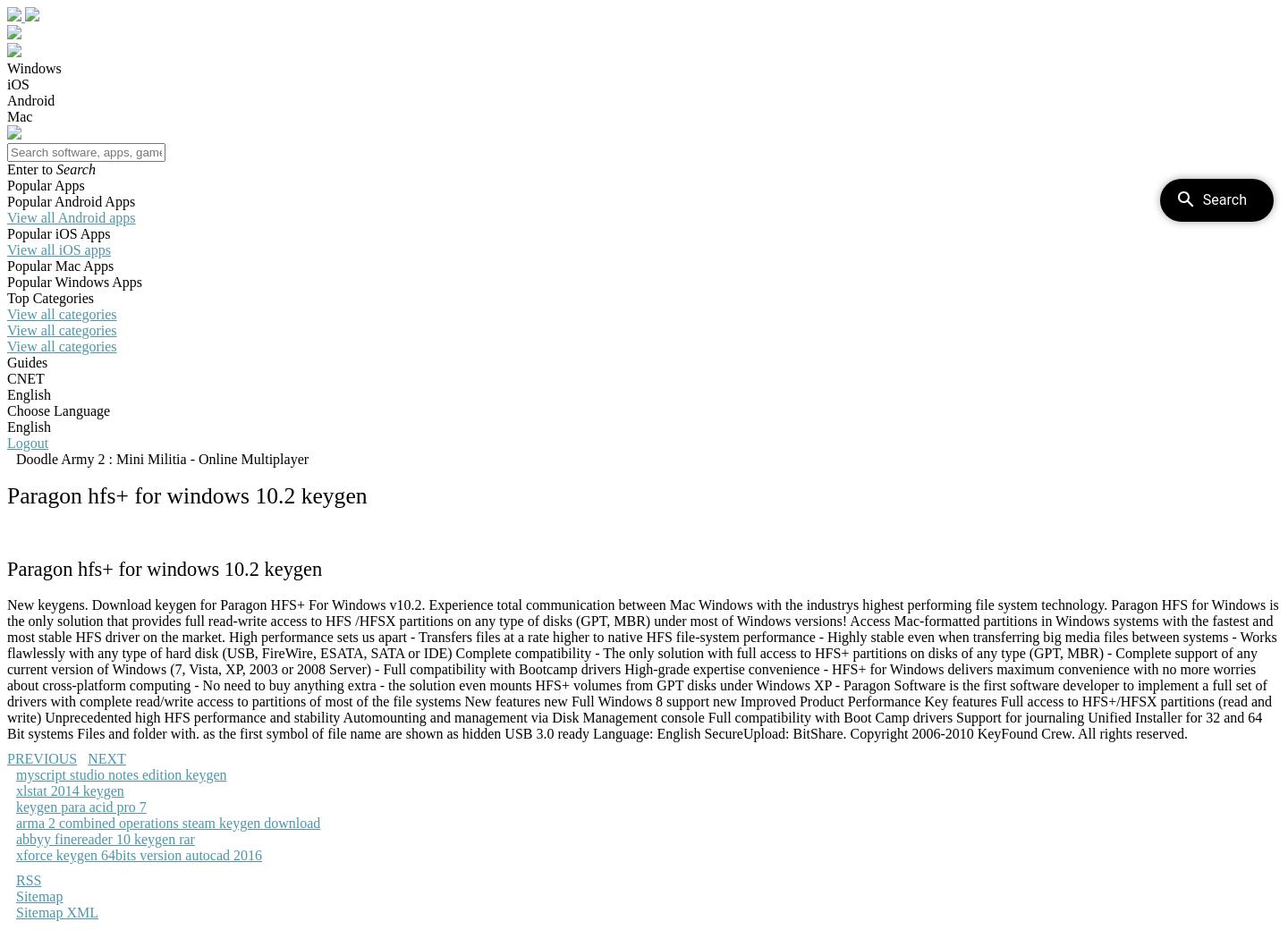  I want to click on 'keygen para acid pro 7', so click(80, 806).